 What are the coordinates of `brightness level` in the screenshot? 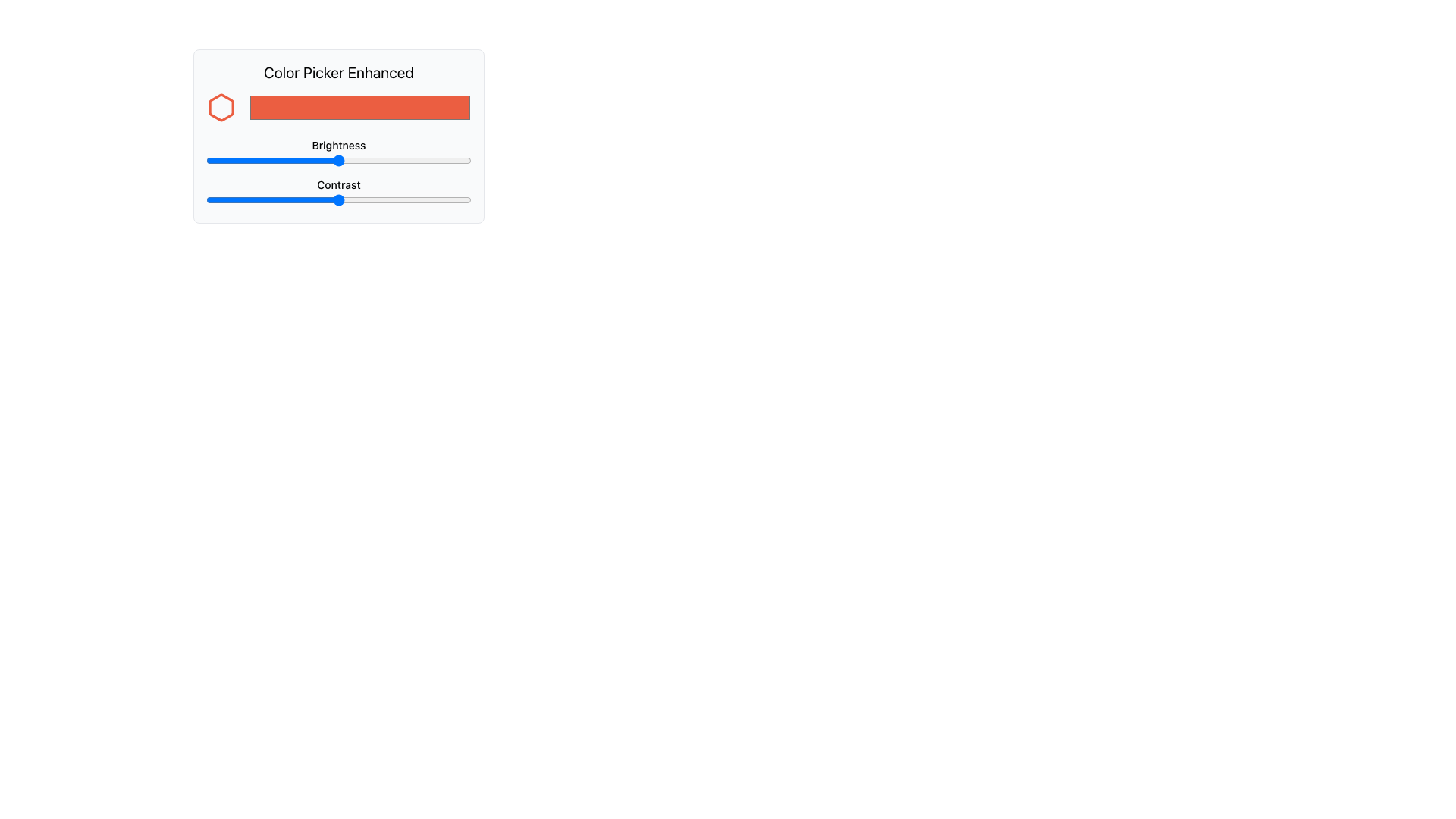 It's located at (452, 161).